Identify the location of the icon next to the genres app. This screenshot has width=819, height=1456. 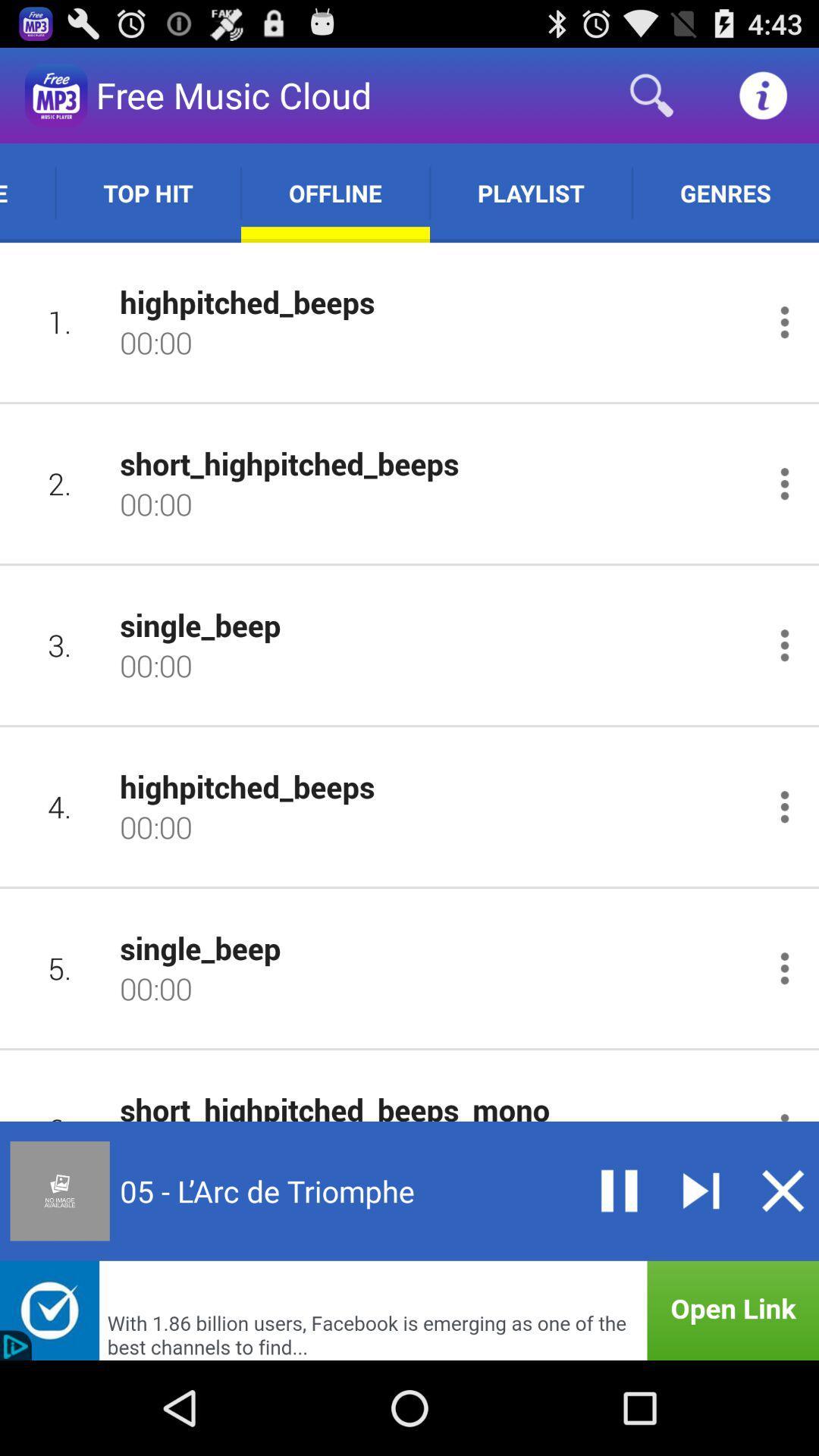
(530, 192).